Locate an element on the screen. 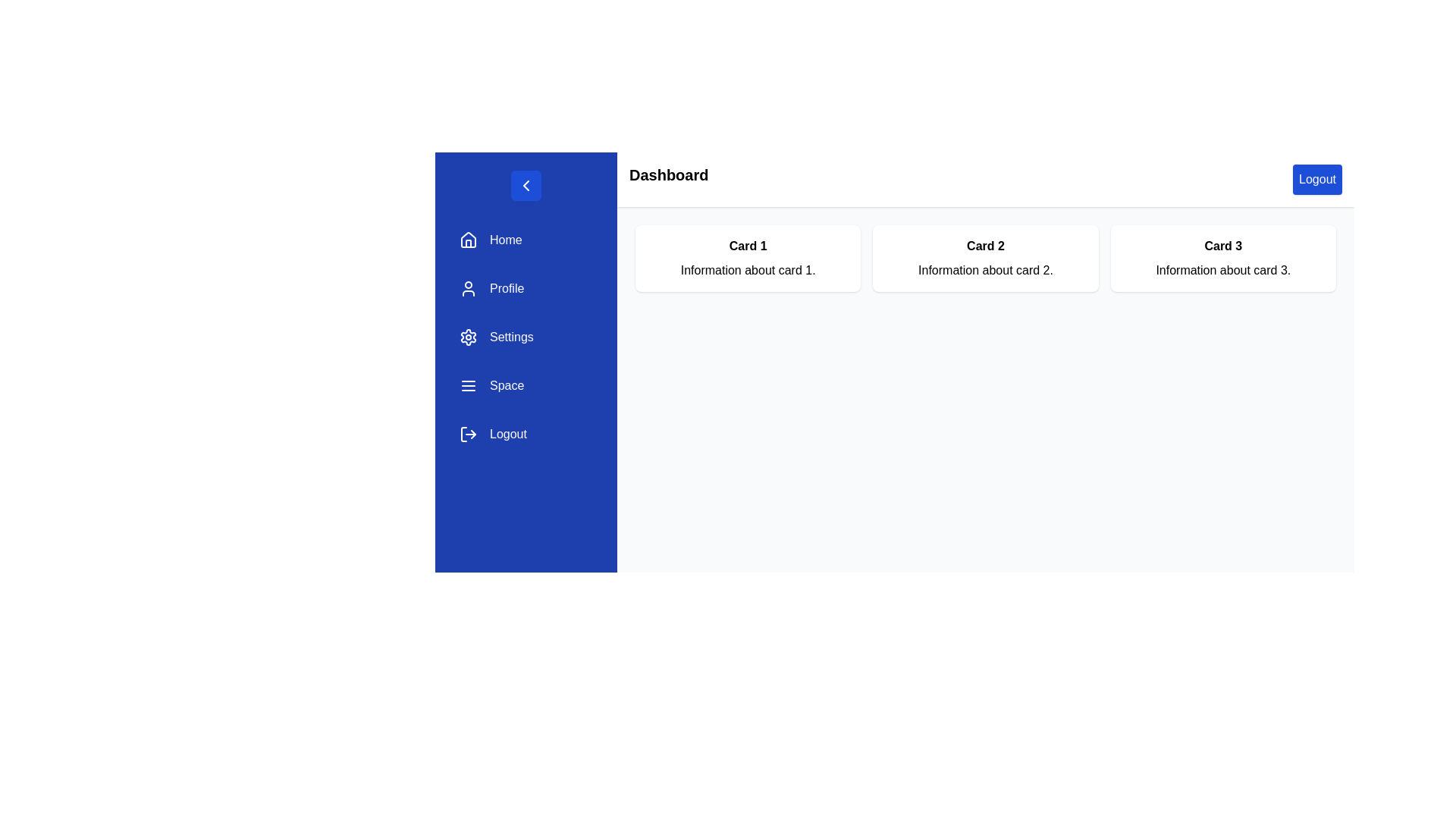  the fourth navigation button labeled 'Space' in the vertical navigation bar is located at coordinates (526, 385).